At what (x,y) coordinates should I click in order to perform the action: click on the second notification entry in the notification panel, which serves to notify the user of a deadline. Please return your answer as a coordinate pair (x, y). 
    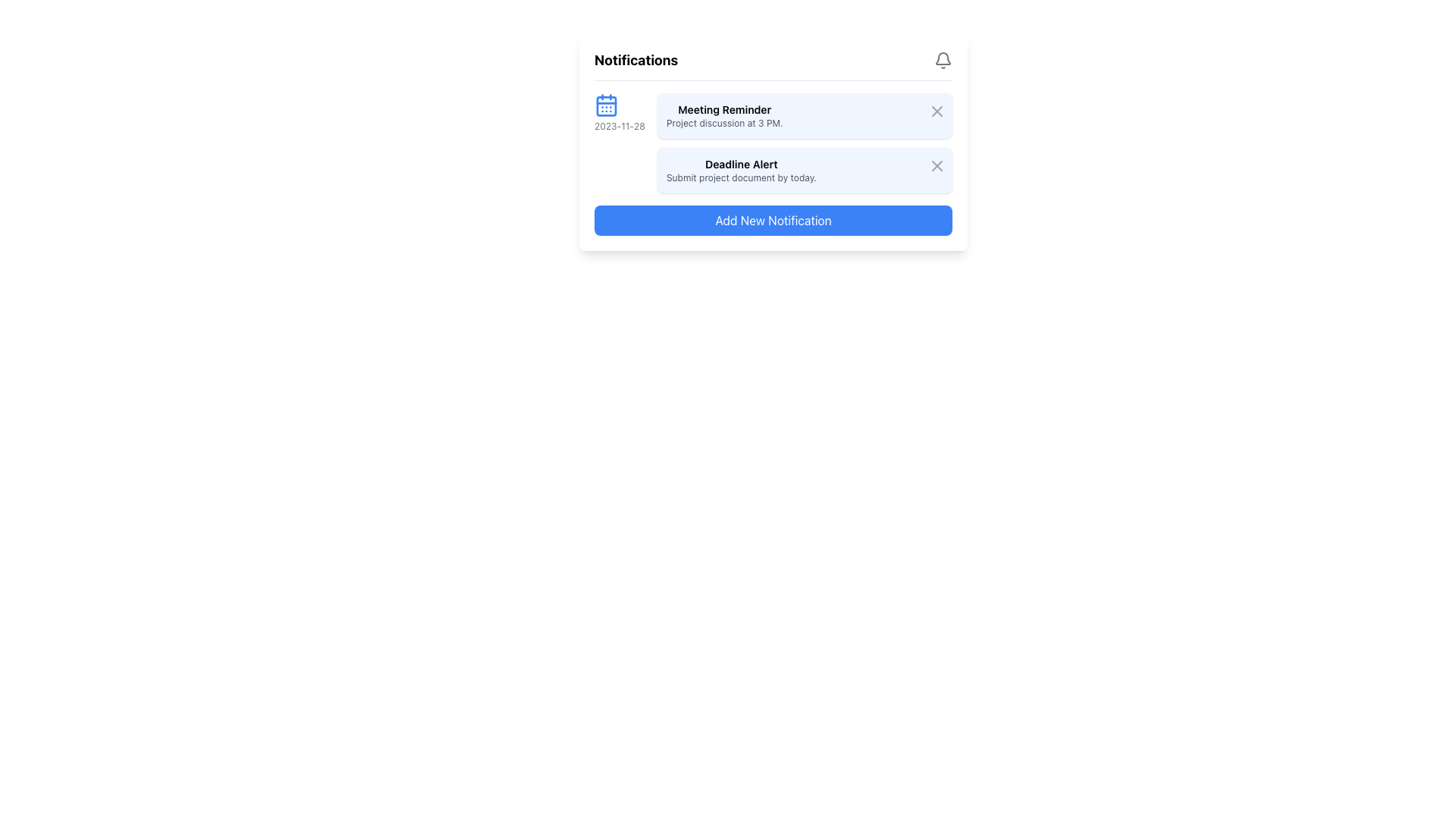
    Looking at the image, I should click on (804, 170).